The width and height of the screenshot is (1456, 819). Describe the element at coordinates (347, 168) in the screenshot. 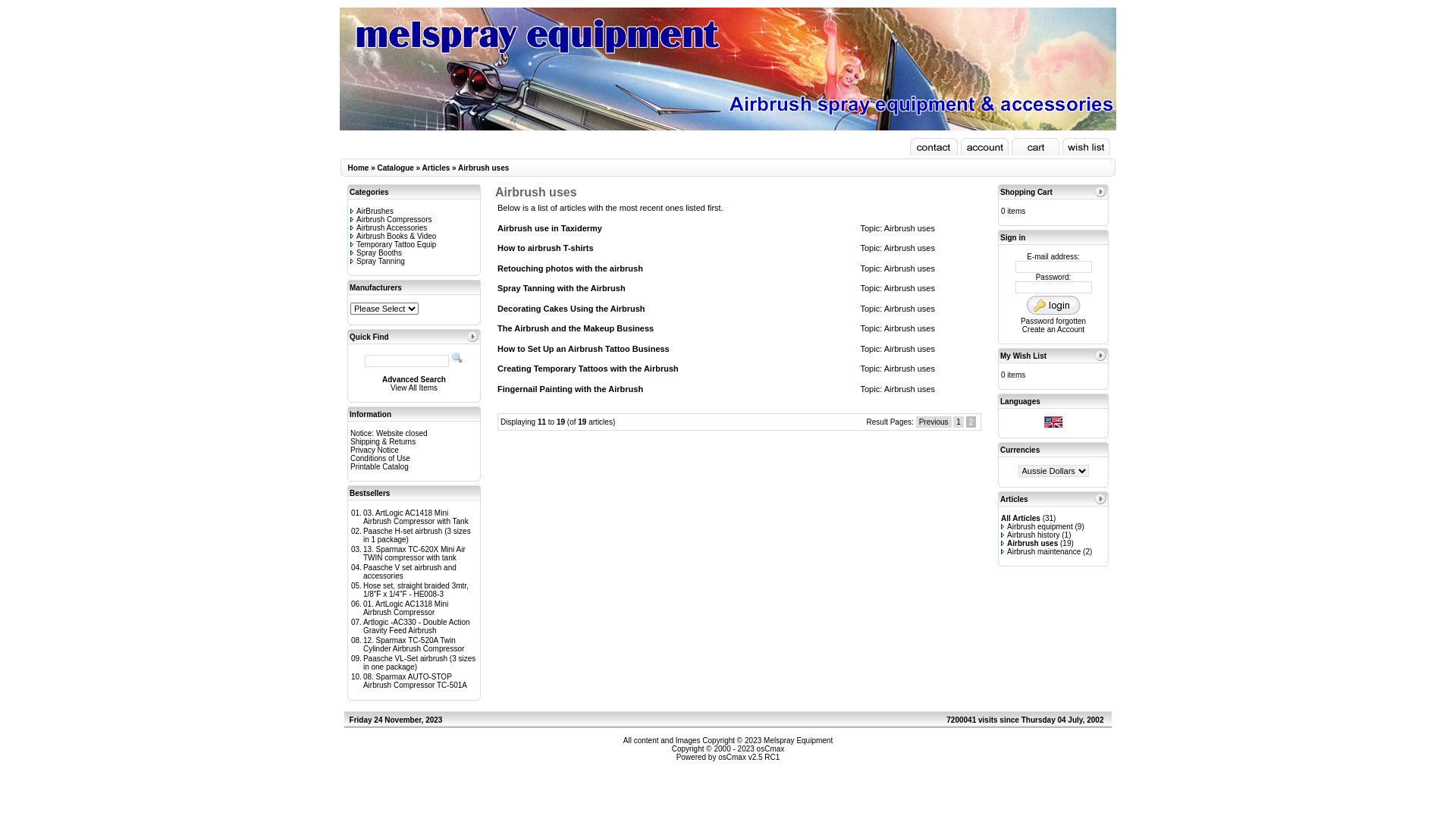

I see `'Home'` at that location.